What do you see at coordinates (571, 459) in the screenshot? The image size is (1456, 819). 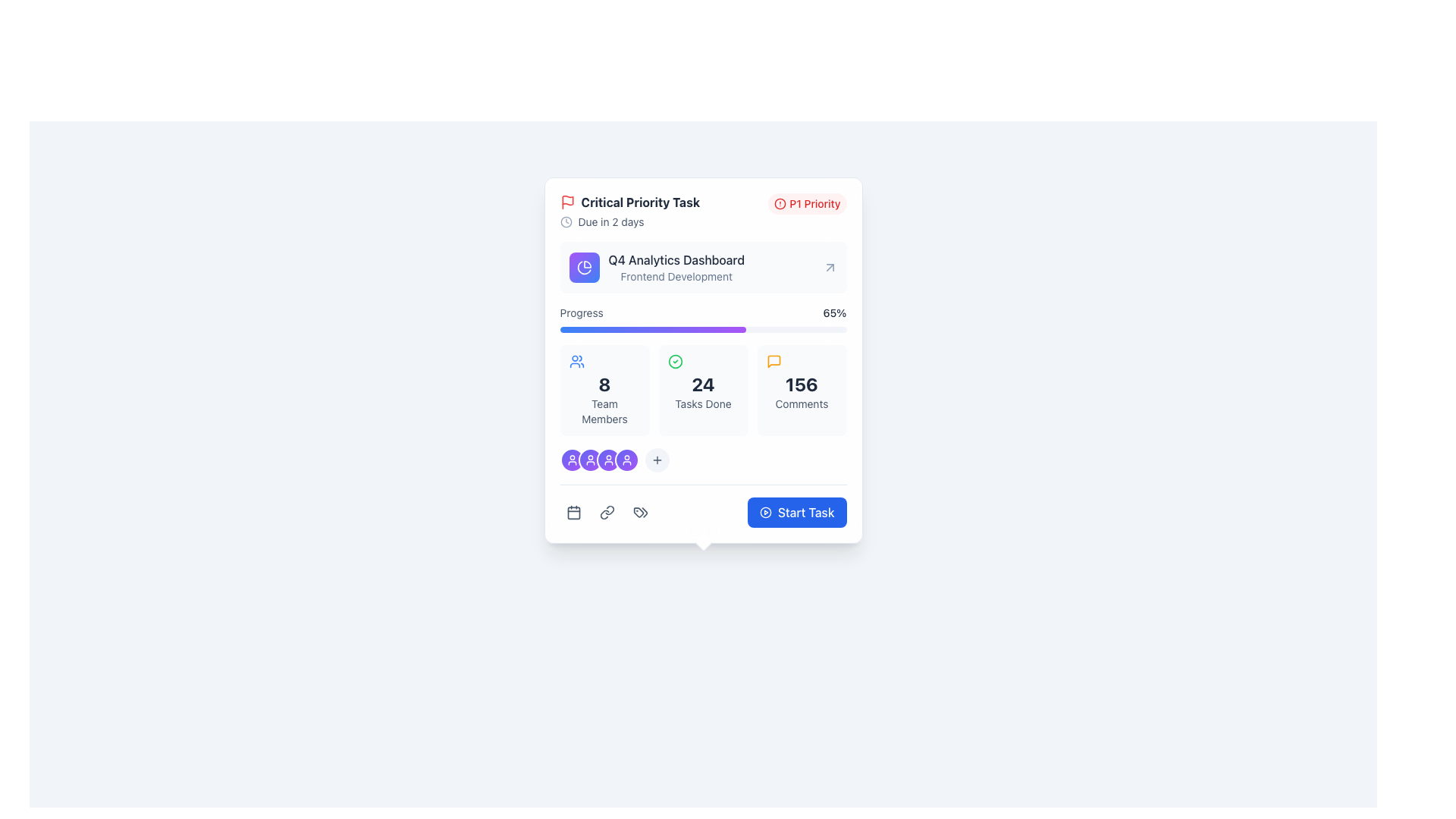 I see `the first circular Avatar or user icon located at the bottom of the task card interface, which represents a team member or role` at bounding box center [571, 459].